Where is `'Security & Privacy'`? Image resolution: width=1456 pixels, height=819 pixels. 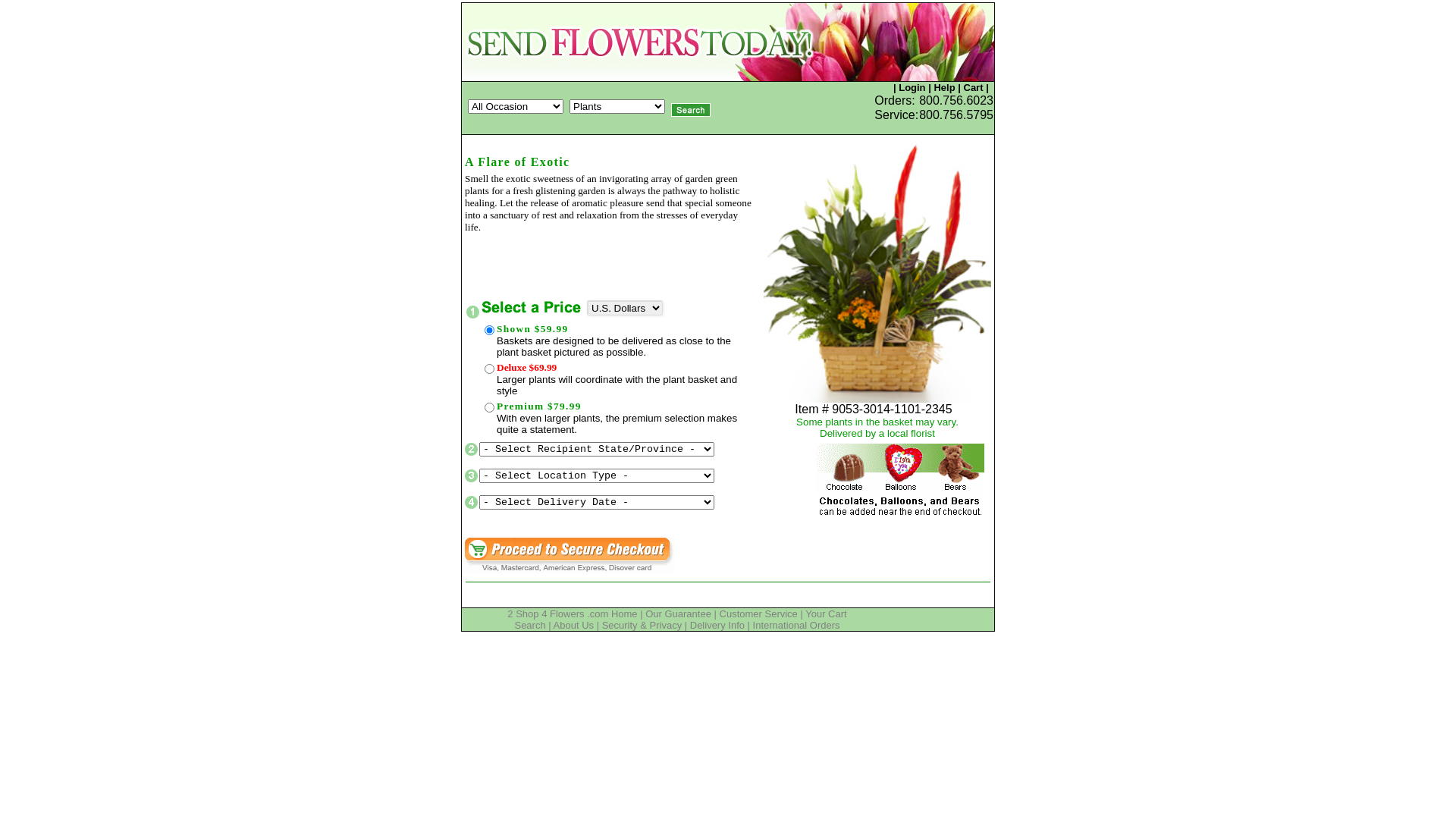
'Security & Privacy' is located at coordinates (642, 625).